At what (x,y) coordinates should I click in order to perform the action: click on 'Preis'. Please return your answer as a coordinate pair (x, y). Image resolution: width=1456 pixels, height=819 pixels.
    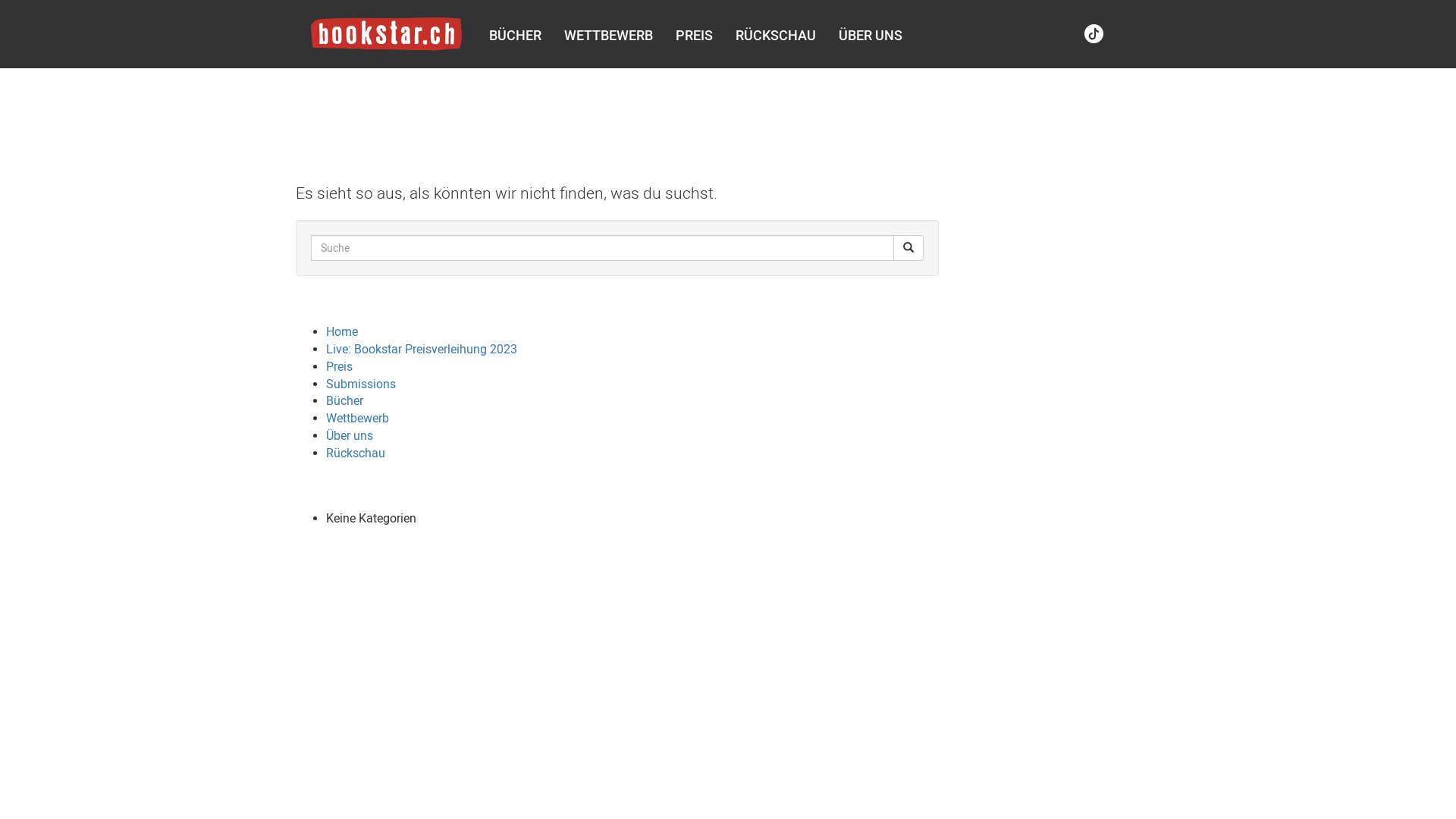
    Looking at the image, I should click on (338, 366).